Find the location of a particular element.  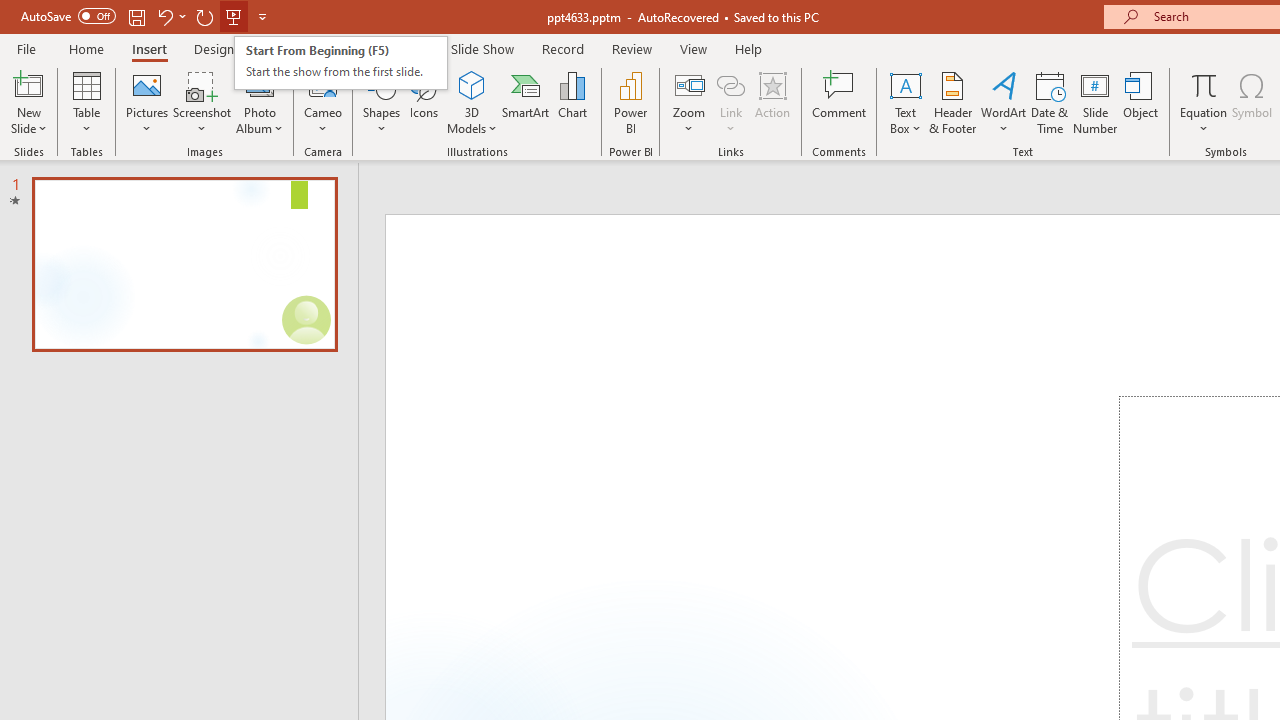

'Link' is located at coordinates (730, 84).